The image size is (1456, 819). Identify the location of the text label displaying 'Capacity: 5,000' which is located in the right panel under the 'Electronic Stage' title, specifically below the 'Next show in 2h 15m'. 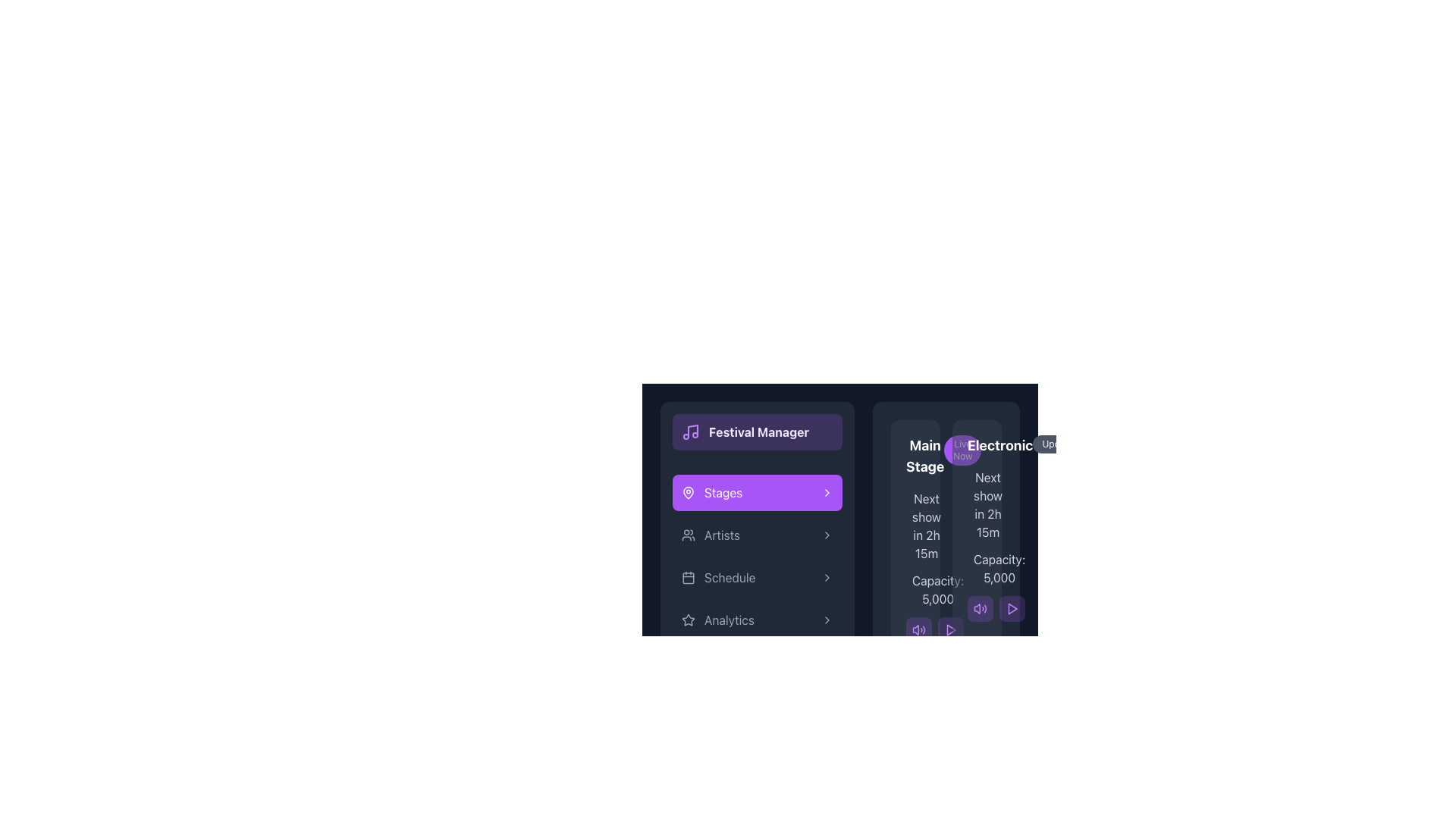
(977, 568).